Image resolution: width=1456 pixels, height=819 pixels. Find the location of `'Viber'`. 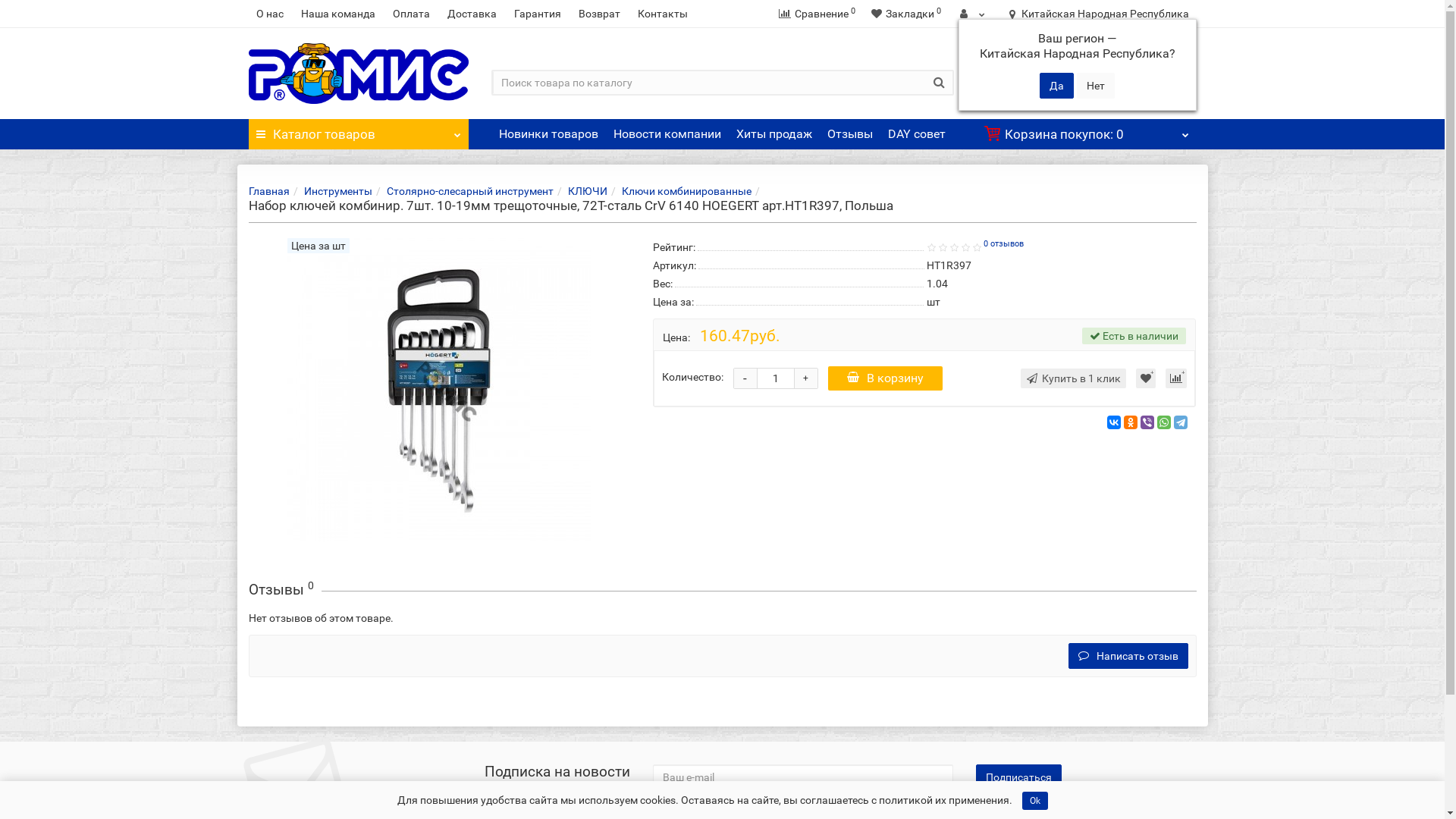

'Viber' is located at coordinates (1147, 422).